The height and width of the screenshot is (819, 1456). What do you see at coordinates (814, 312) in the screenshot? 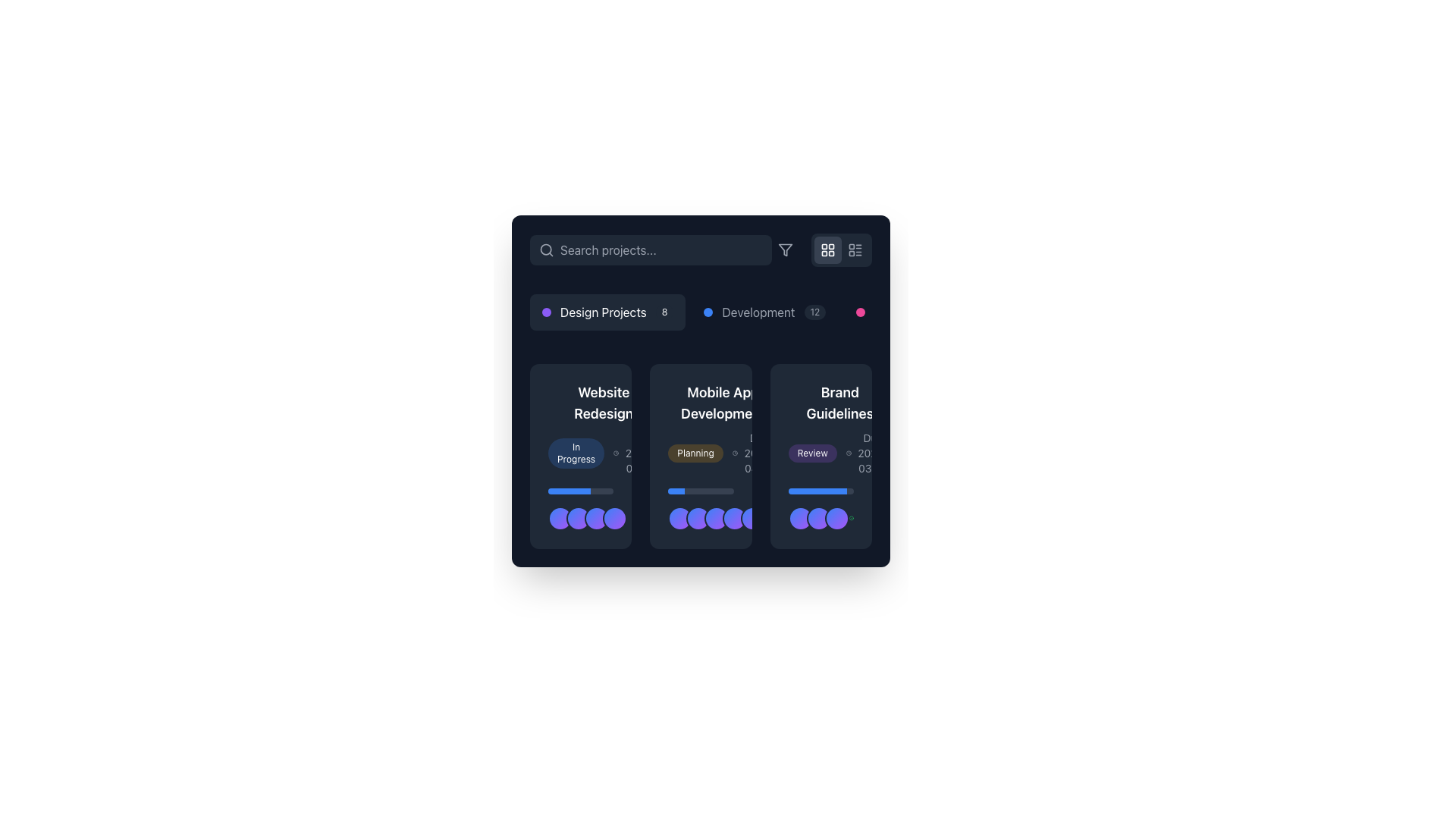
I see `the badge that indicates the number of items or notifications associated with the 'Development' category, which is positioned next to the 'Development' label` at bounding box center [814, 312].